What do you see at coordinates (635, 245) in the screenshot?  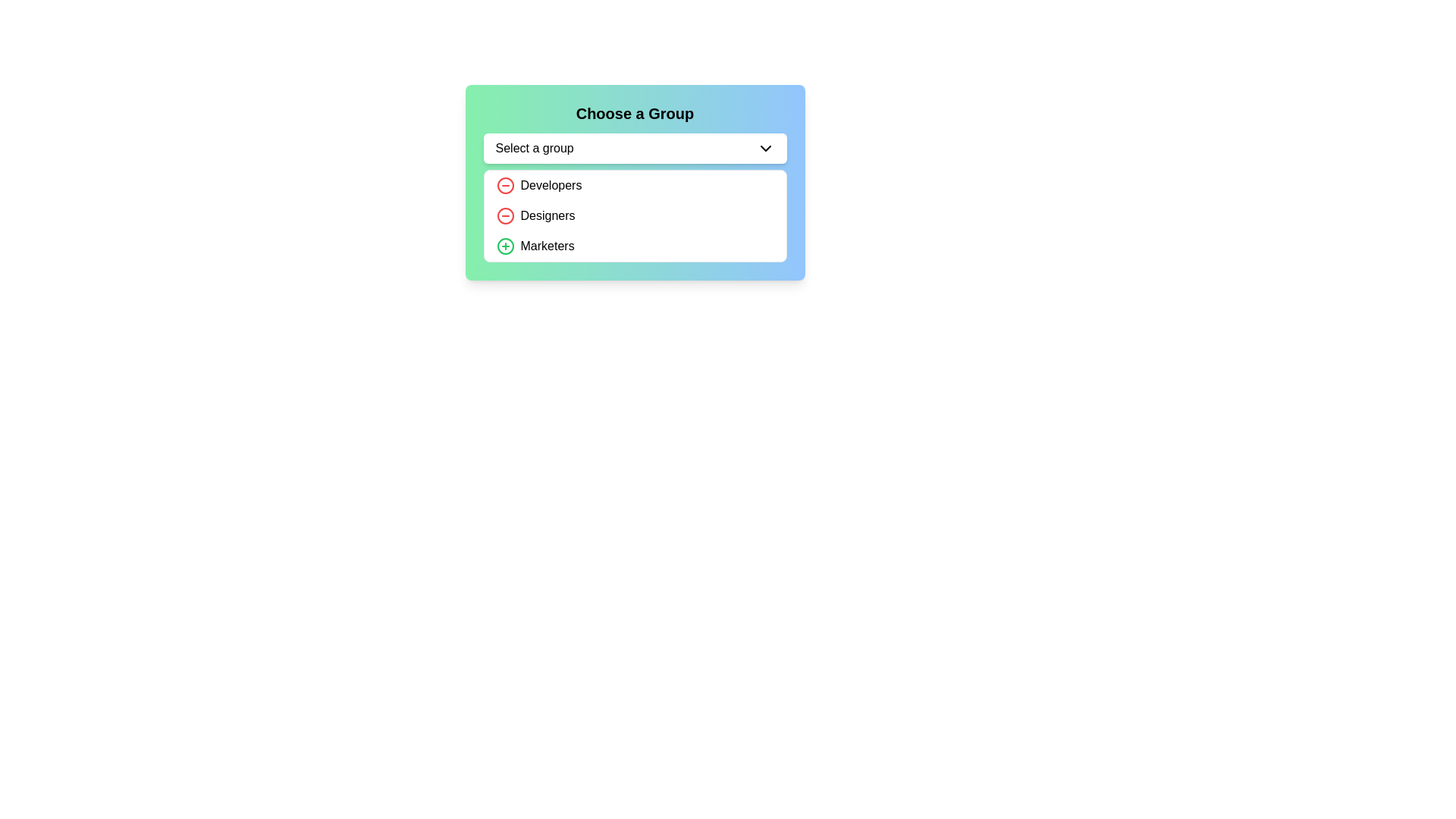 I see `the third selectable option in the 'Choose a Group' list labeled 'Marketers'` at bounding box center [635, 245].